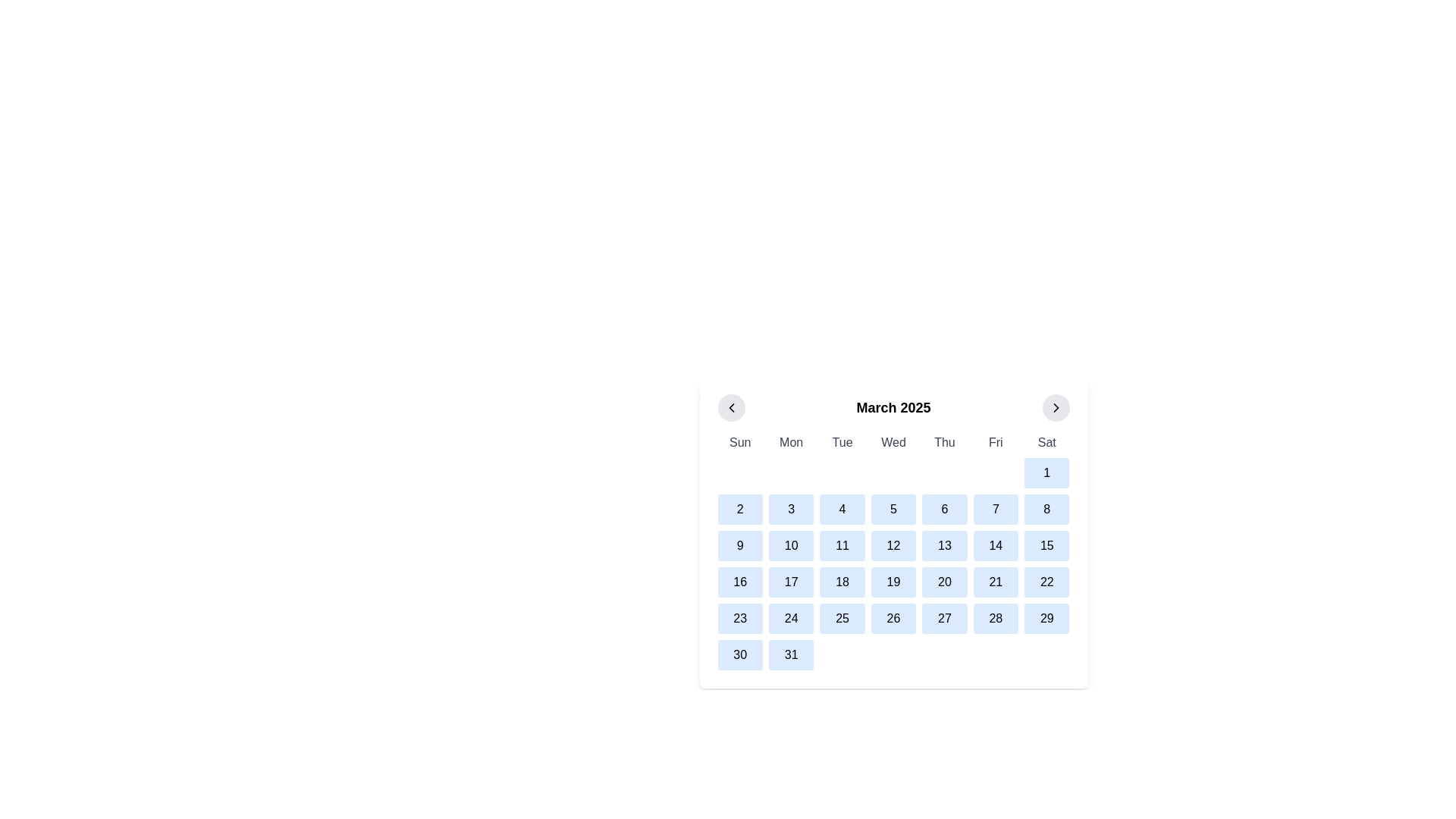 The height and width of the screenshot is (819, 1456). What do you see at coordinates (740, 581) in the screenshot?
I see `the date selector button for '16' located in the fifth row and first column of the calendar grid under the 'Sun' header` at bounding box center [740, 581].